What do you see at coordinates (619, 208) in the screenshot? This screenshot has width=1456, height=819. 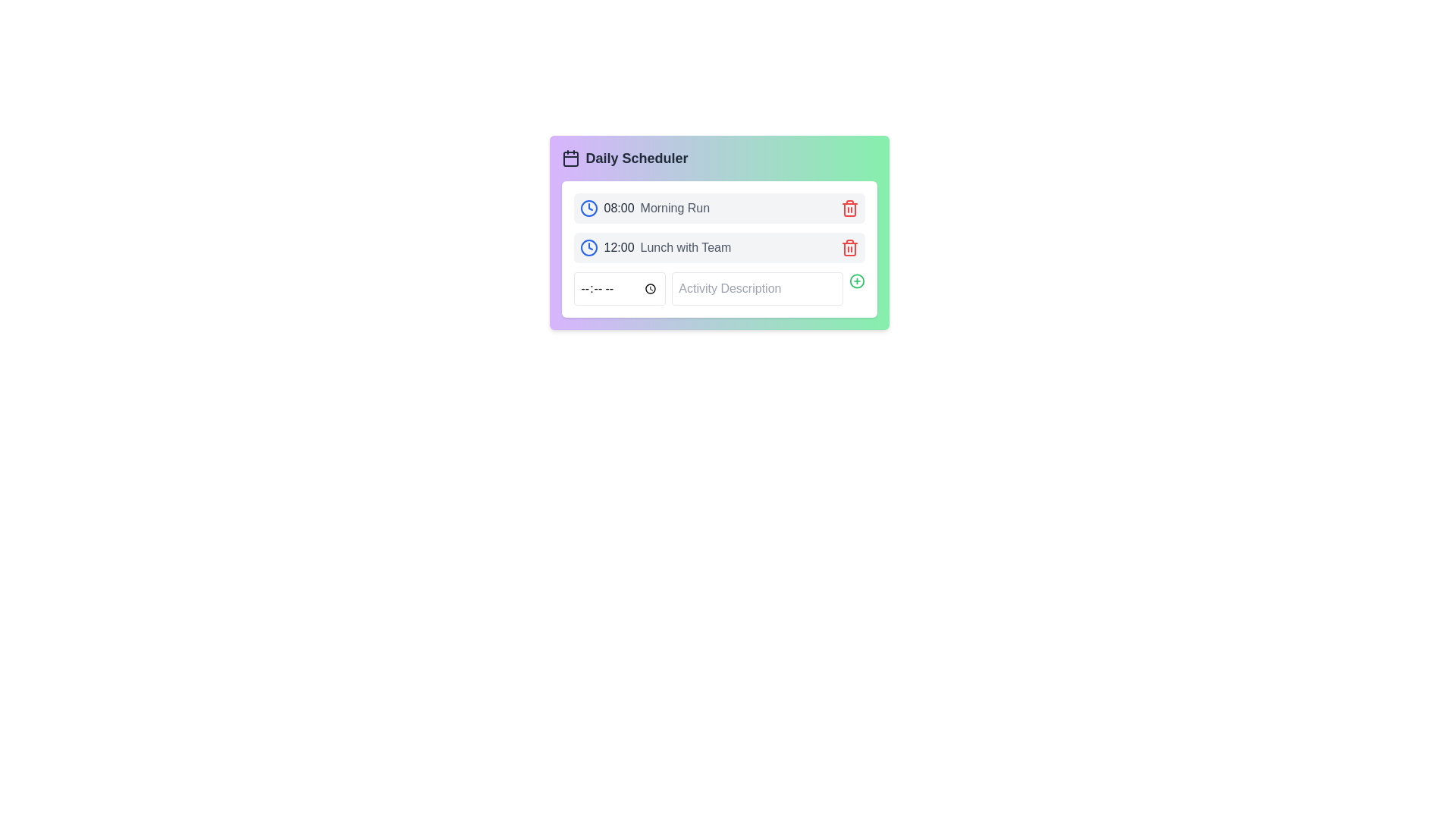 I see `the non-interactive Text Label displaying the scheduled time for the activity 'Morning Run' in the Daily Scheduler interface` at bounding box center [619, 208].